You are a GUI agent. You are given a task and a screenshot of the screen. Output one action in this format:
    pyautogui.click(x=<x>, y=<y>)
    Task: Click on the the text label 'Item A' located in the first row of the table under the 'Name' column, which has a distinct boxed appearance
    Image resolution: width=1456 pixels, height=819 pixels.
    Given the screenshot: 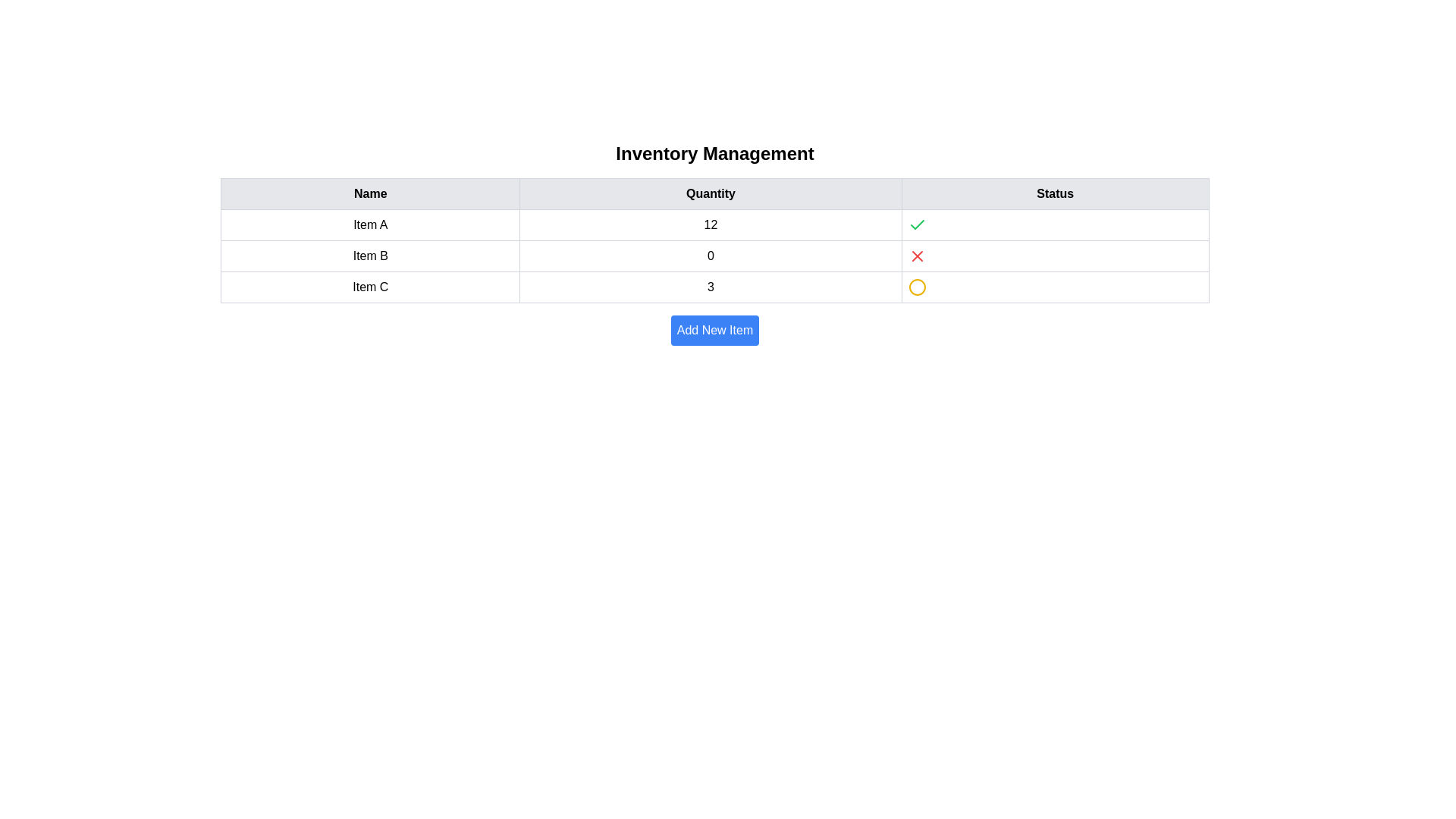 What is the action you would take?
    pyautogui.click(x=370, y=225)
    